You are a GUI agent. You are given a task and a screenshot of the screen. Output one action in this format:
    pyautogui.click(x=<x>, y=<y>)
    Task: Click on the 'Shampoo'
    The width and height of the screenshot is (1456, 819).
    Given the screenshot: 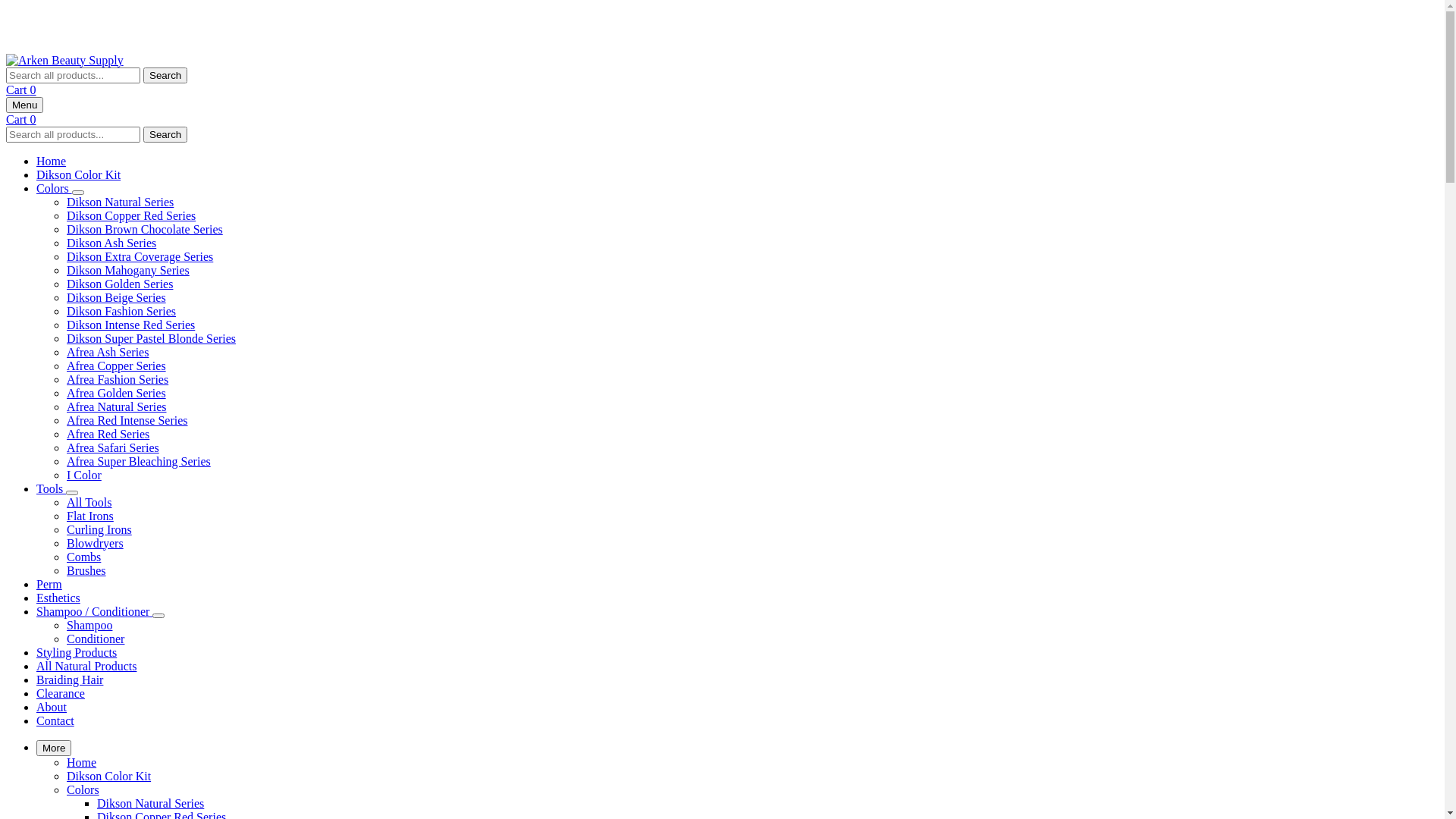 What is the action you would take?
    pyautogui.click(x=89, y=625)
    